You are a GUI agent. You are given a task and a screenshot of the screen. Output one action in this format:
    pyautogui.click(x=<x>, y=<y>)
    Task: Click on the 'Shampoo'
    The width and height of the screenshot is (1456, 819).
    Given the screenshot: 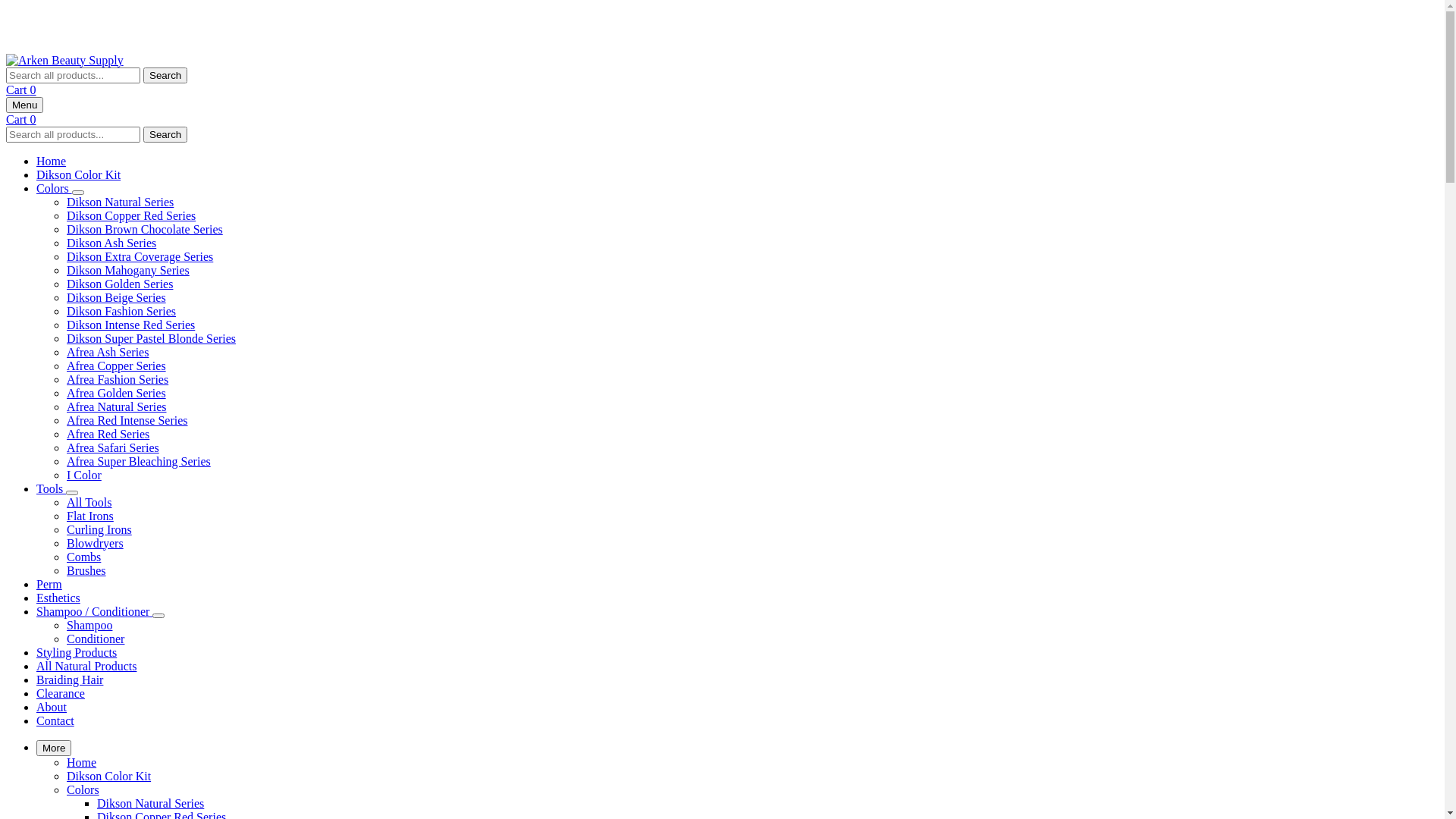 What is the action you would take?
    pyautogui.click(x=89, y=625)
    